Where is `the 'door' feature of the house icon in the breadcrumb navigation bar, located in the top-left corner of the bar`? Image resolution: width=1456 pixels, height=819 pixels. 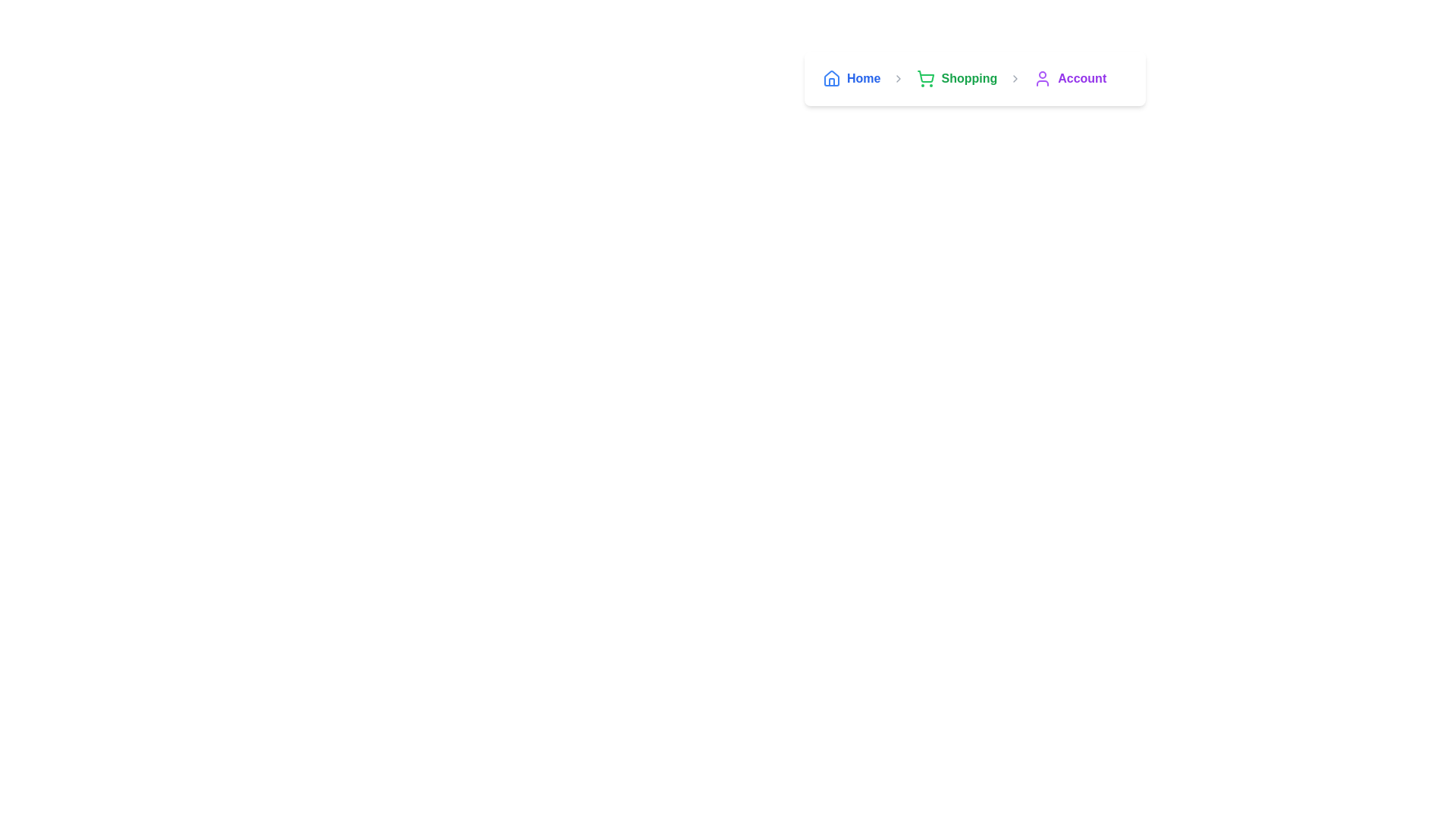 the 'door' feature of the house icon in the breadcrumb navigation bar, located in the top-left corner of the bar is located at coordinates (831, 82).